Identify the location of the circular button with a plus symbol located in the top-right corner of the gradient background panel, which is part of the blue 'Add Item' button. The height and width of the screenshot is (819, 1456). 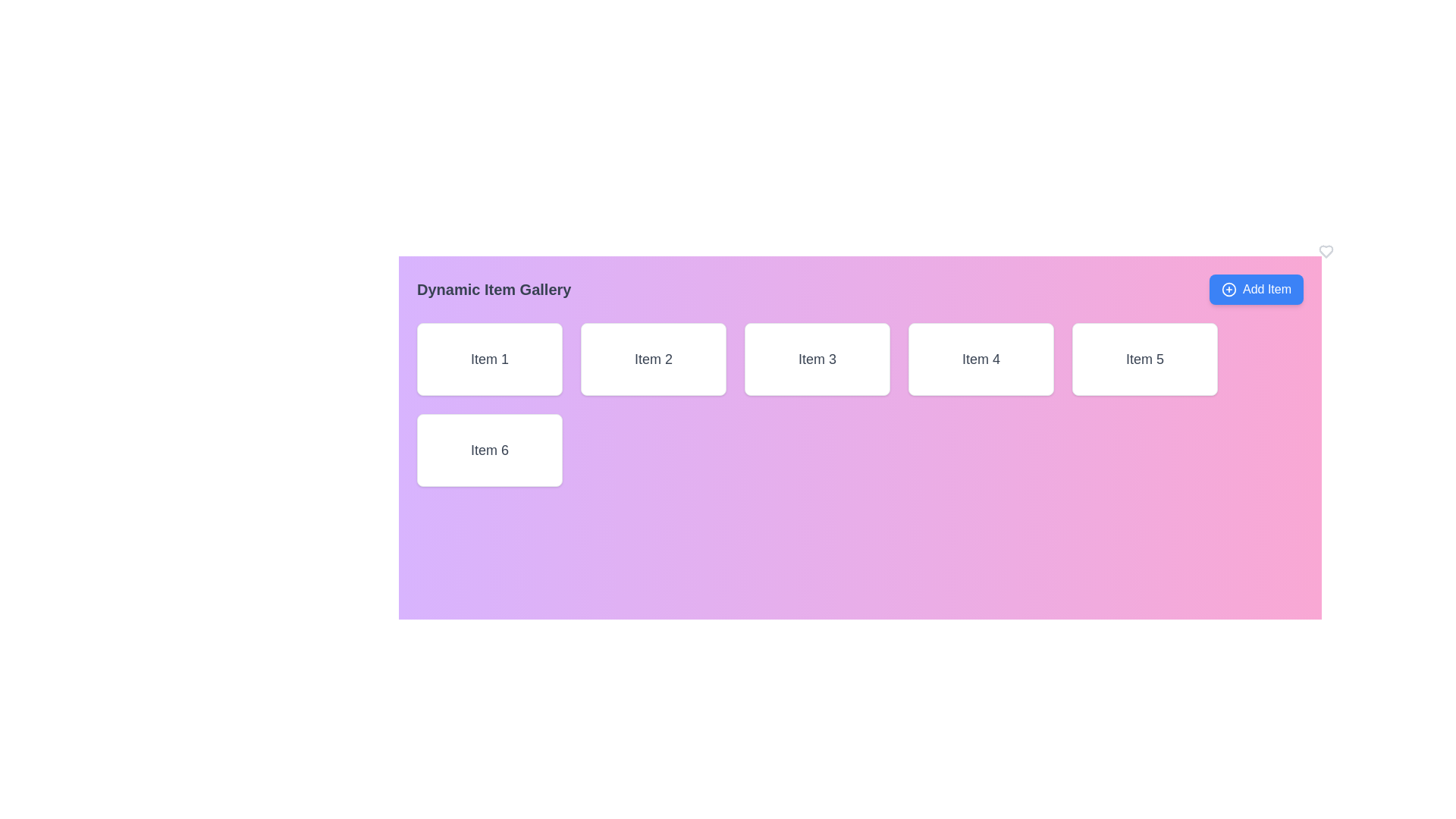
(1229, 289).